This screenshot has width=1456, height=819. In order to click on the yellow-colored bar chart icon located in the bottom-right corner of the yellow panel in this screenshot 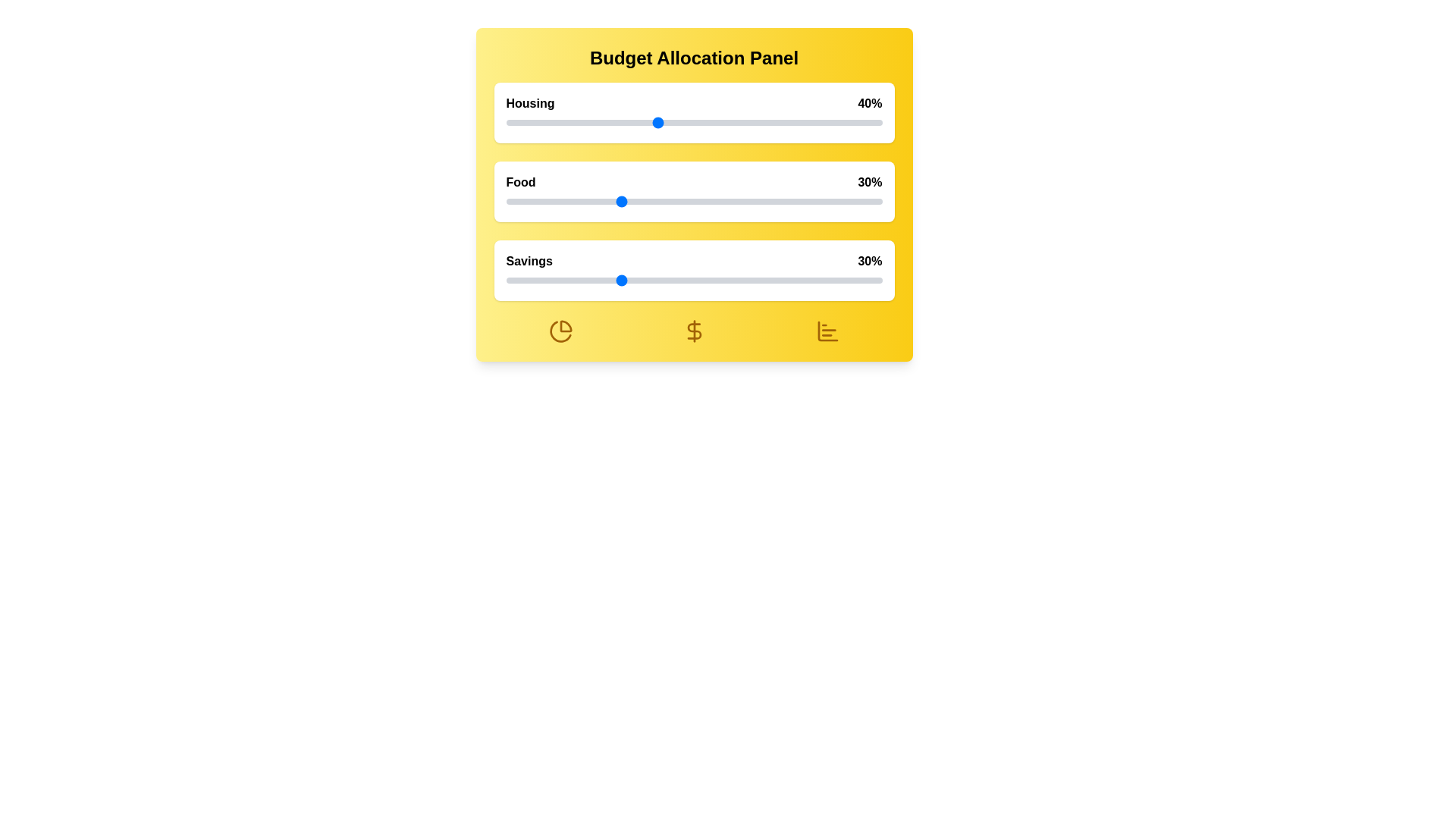, I will do `click(827, 330)`.